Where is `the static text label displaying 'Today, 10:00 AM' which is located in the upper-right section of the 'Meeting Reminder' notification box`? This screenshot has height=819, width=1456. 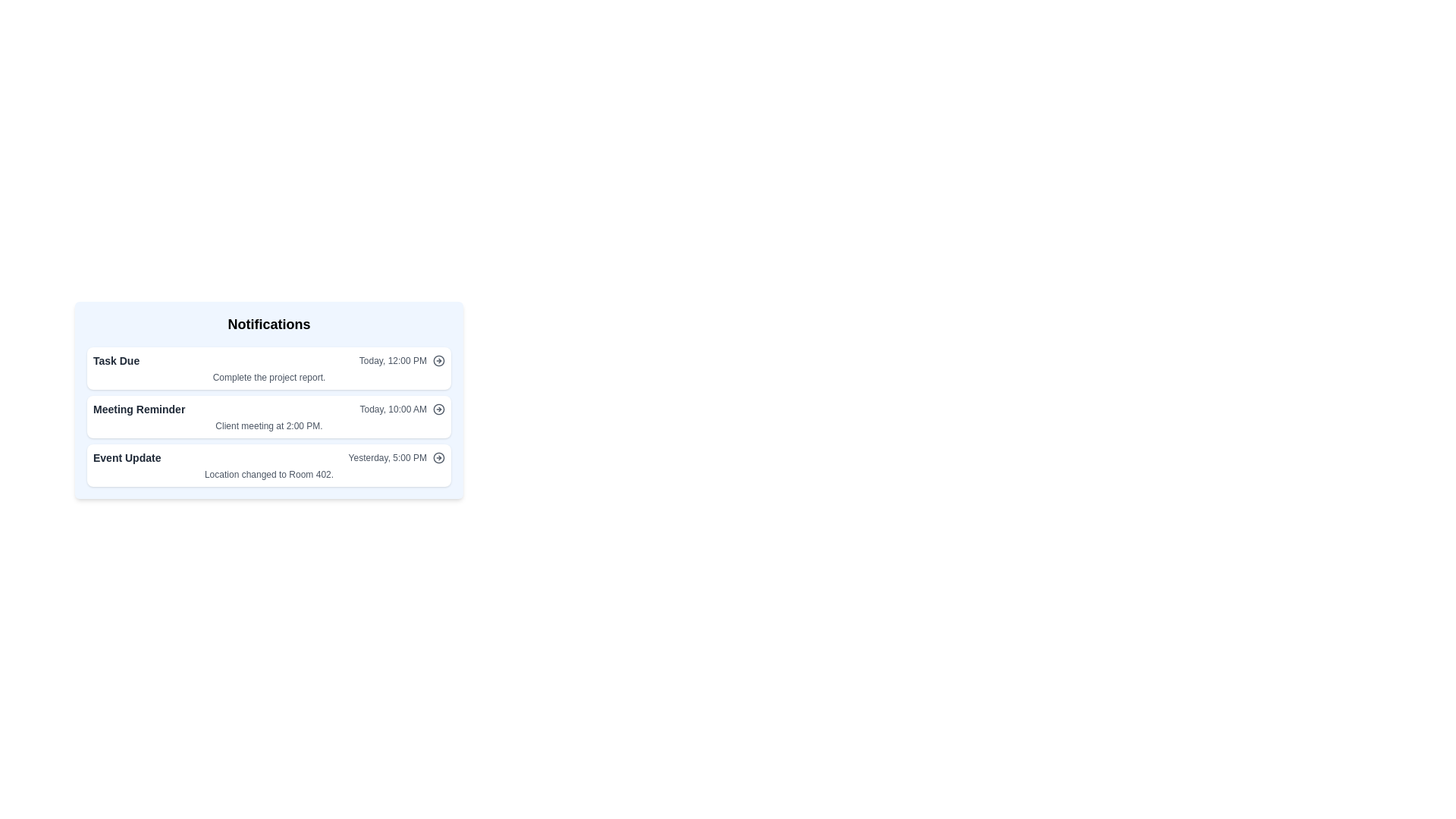 the static text label displaying 'Today, 10:00 AM' which is located in the upper-right section of the 'Meeting Reminder' notification box is located at coordinates (393, 409).